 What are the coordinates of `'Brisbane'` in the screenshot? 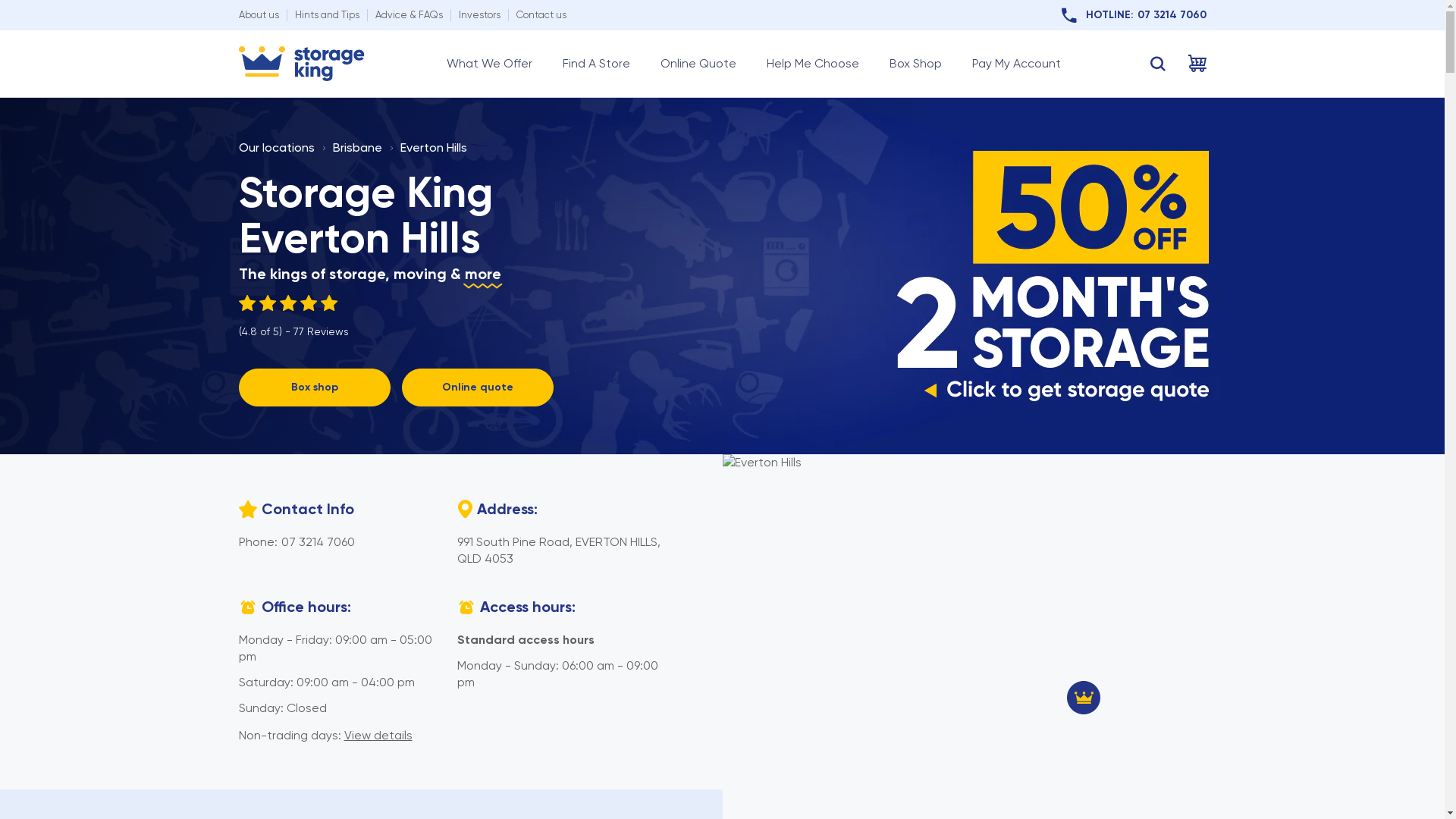 It's located at (356, 147).